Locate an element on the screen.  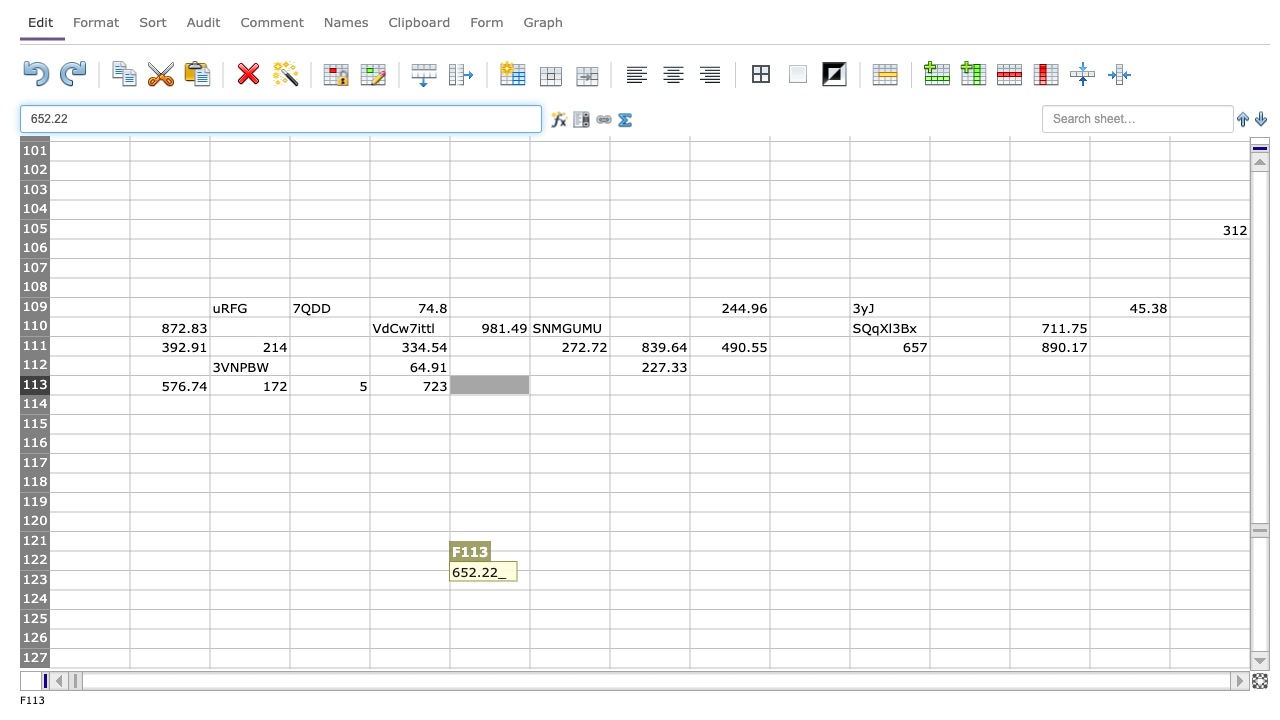
G123 is located at coordinates (568, 580).